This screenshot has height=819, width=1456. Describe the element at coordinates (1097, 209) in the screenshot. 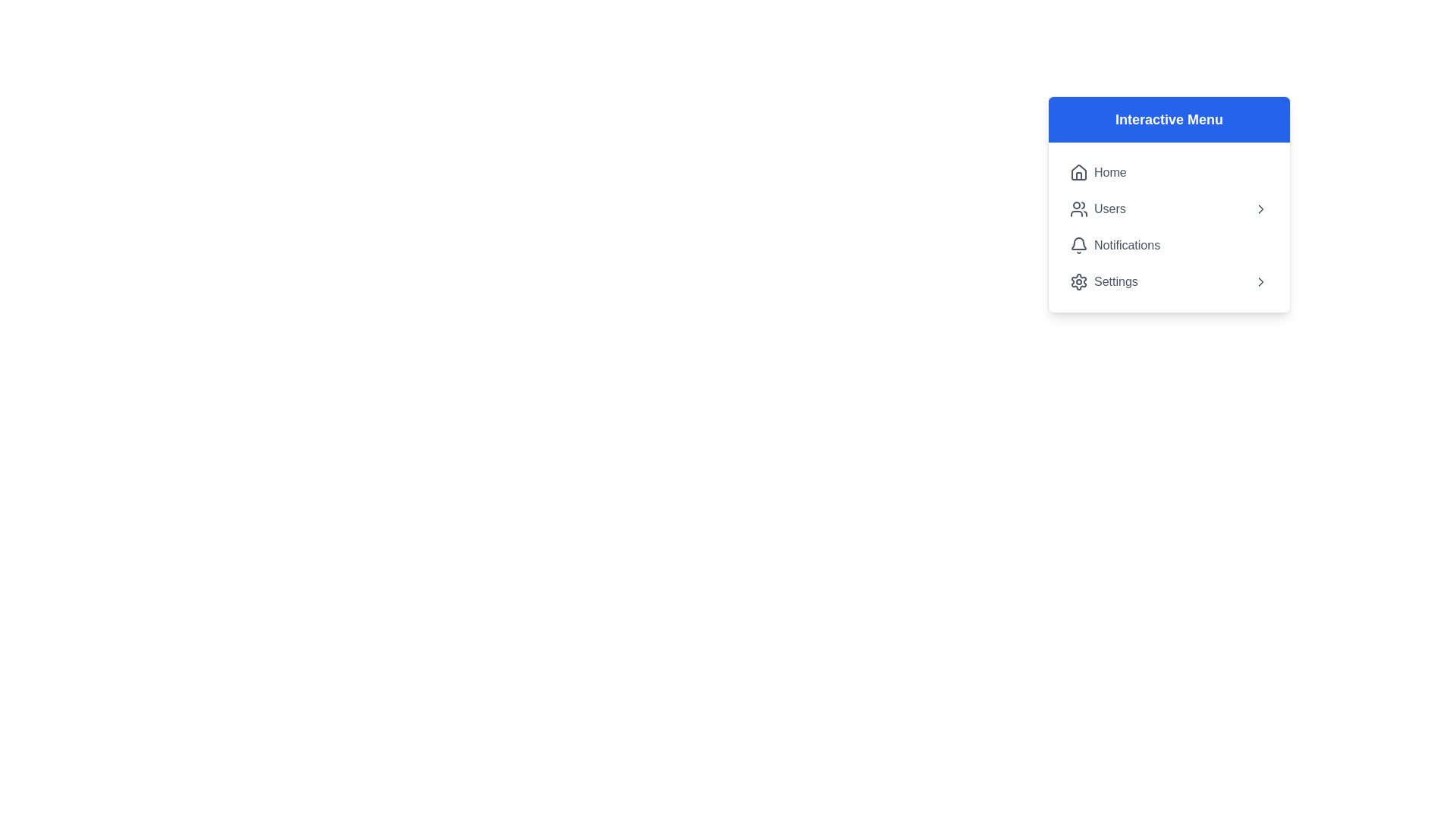

I see `the 'Users' text with icon label in the interactive menu` at that location.